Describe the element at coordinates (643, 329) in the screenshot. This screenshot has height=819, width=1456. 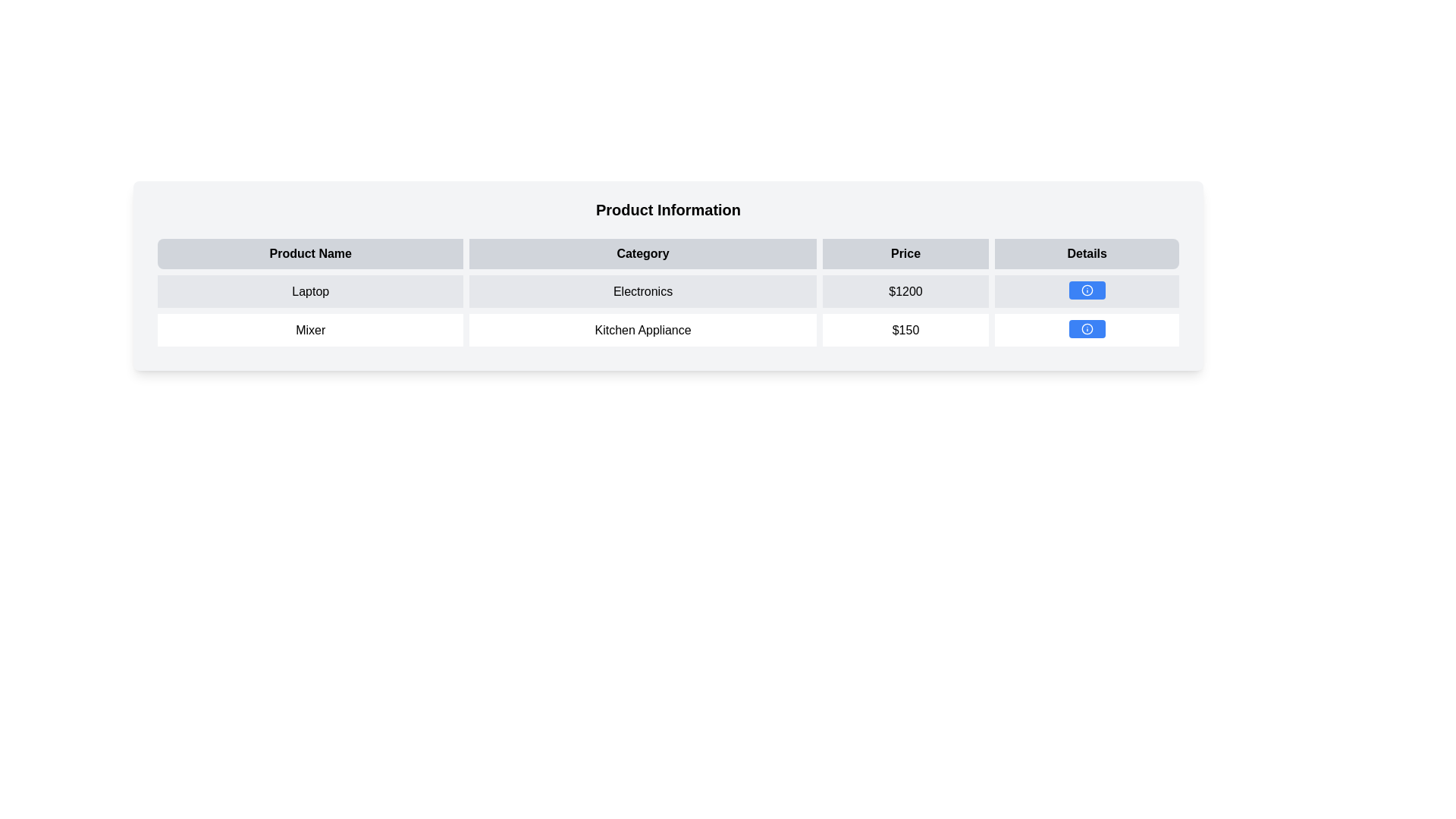
I see `text label indicating the category 'Mixer' within the table row structure, positioned between 'Mixer' and '$150'` at that location.